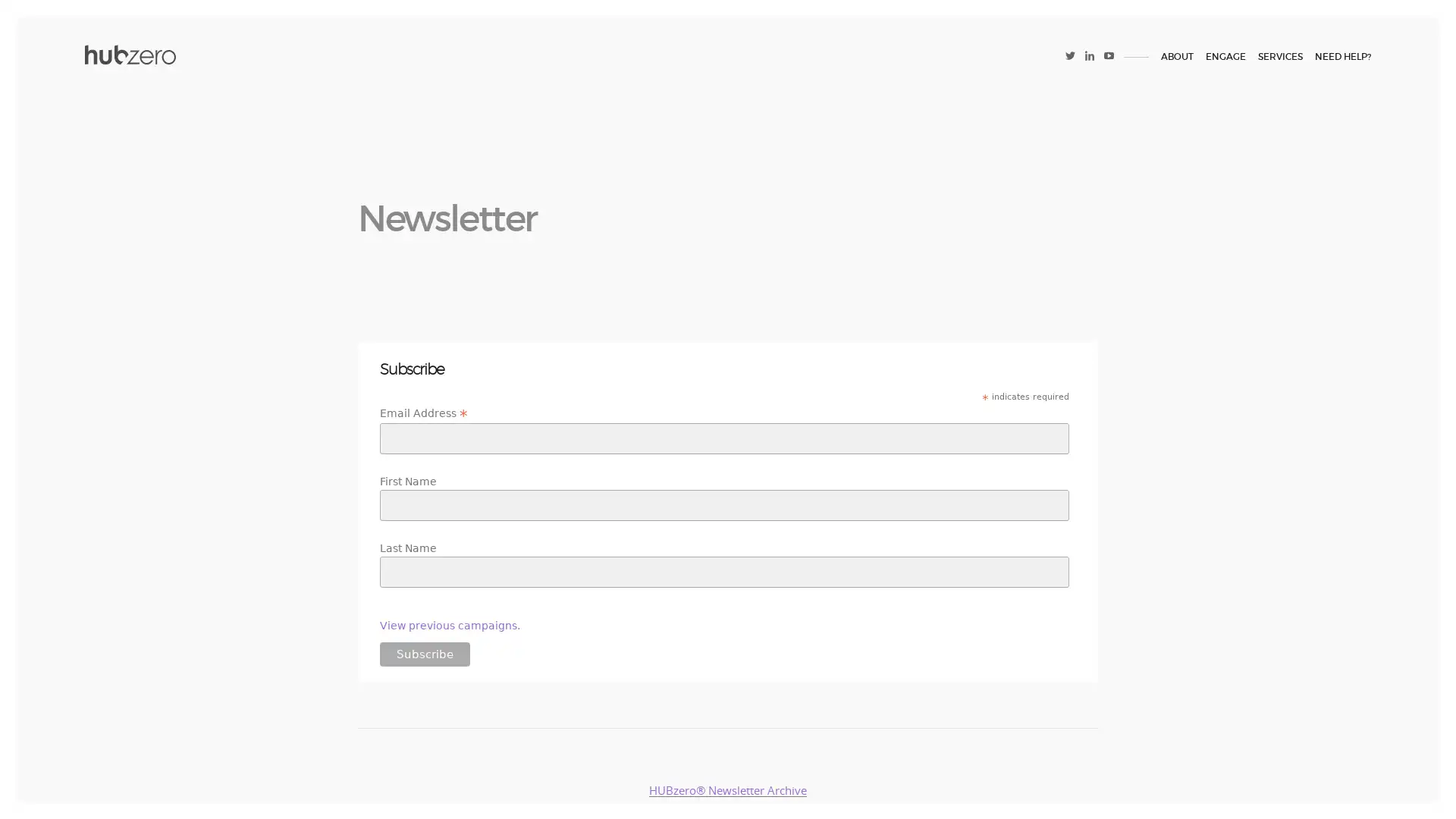 The width and height of the screenshot is (1456, 819). Describe the element at coordinates (425, 654) in the screenshot. I see `Subscribe` at that location.